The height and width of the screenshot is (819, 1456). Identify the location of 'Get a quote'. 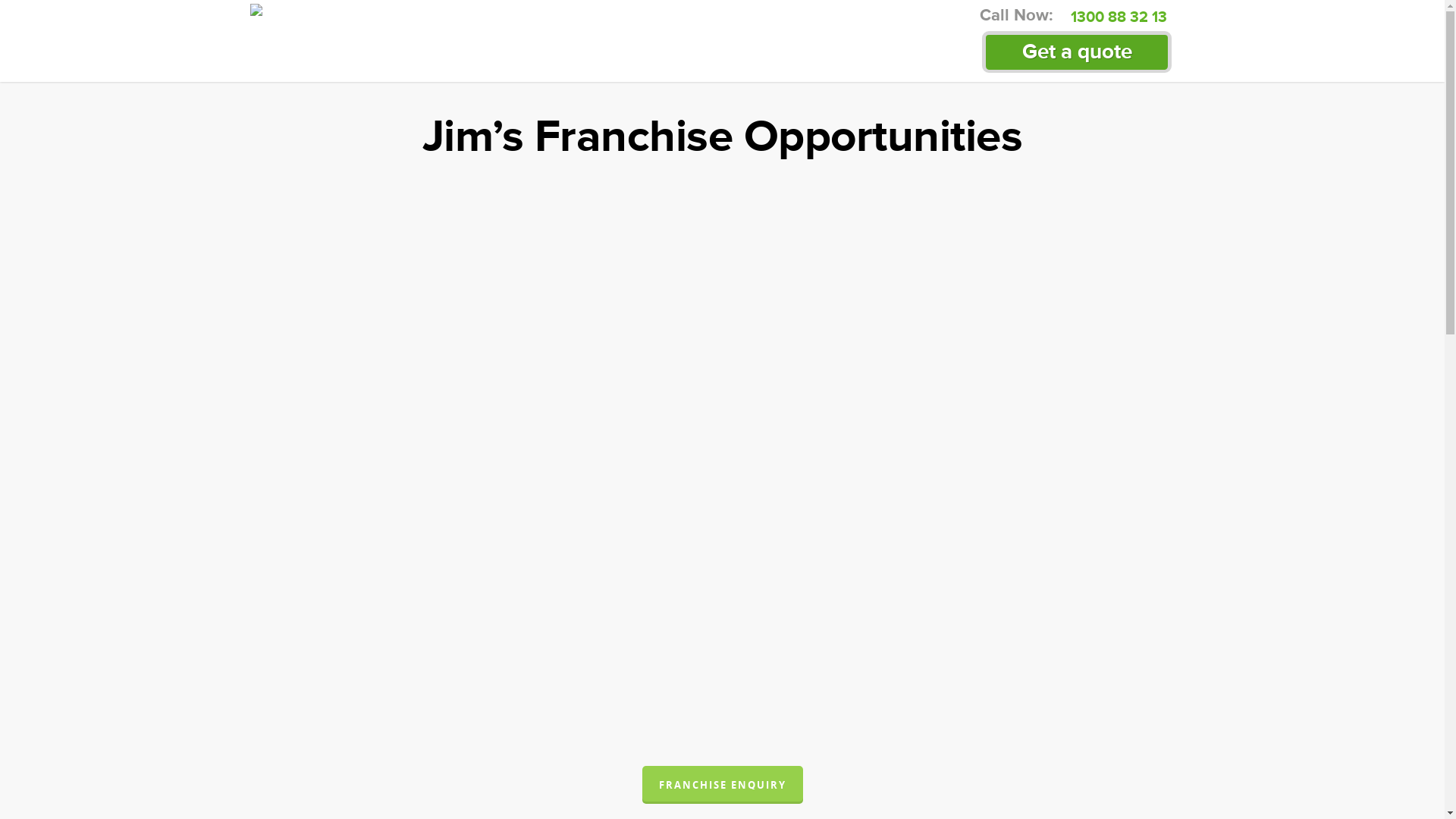
(1076, 52).